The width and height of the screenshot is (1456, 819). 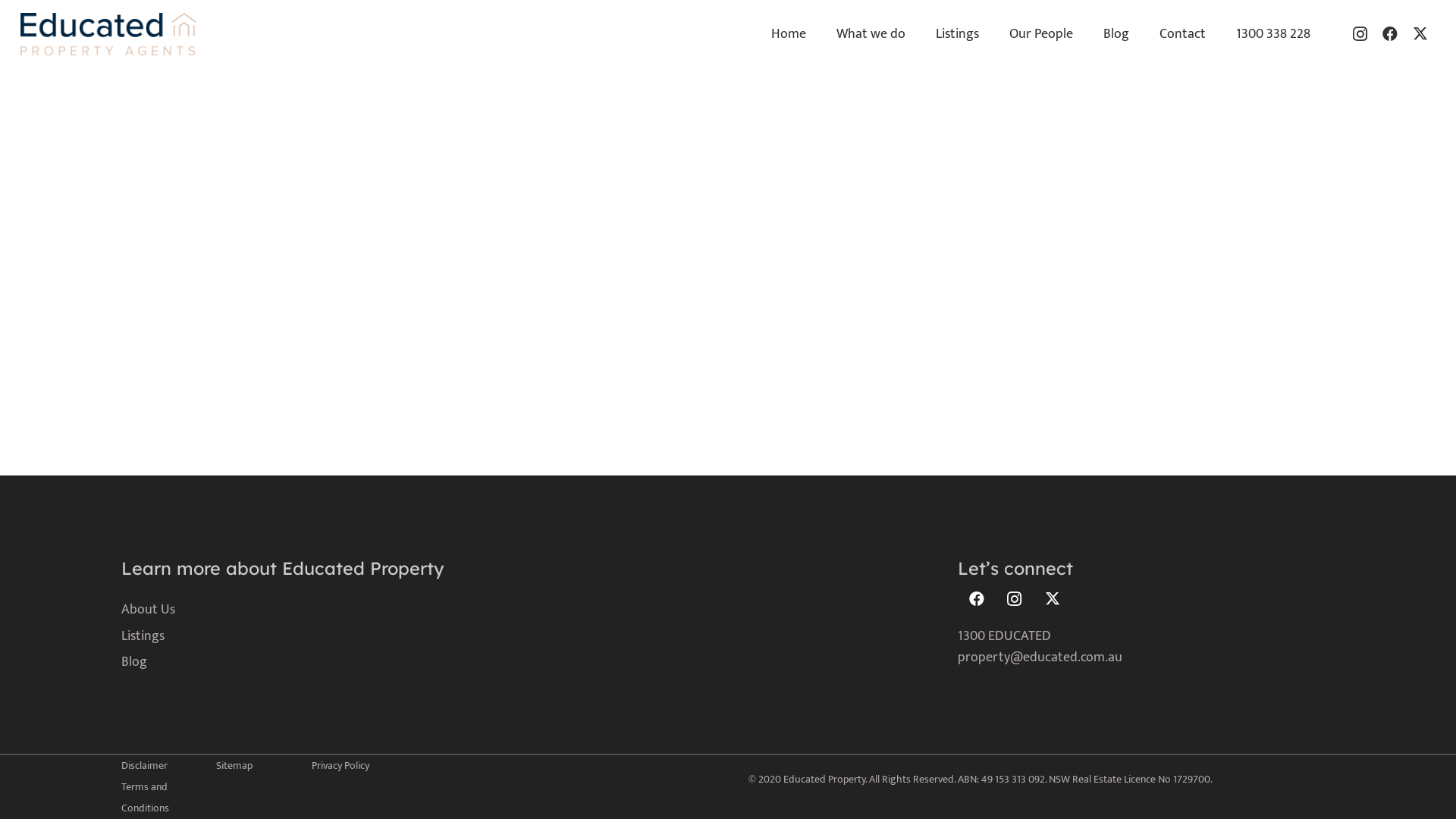 What do you see at coordinates (1051, 598) in the screenshot?
I see `'Twitter'` at bounding box center [1051, 598].